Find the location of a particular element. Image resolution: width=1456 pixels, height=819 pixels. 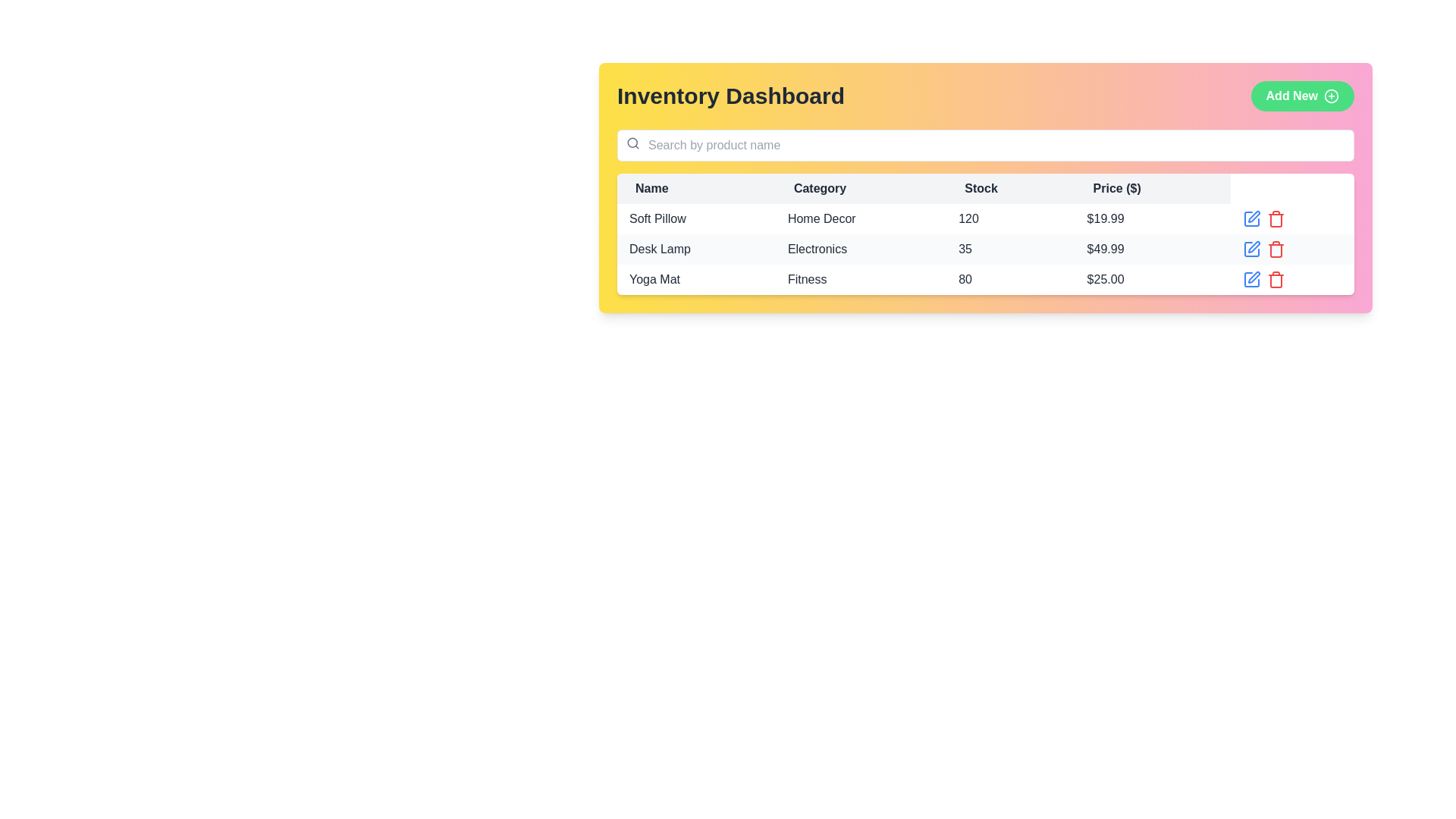

the price display of the 'Soft Pillow' product in the inventory table, located in the last column of the first row under the 'Price ($)' column is located at coordinates (1153, 219).